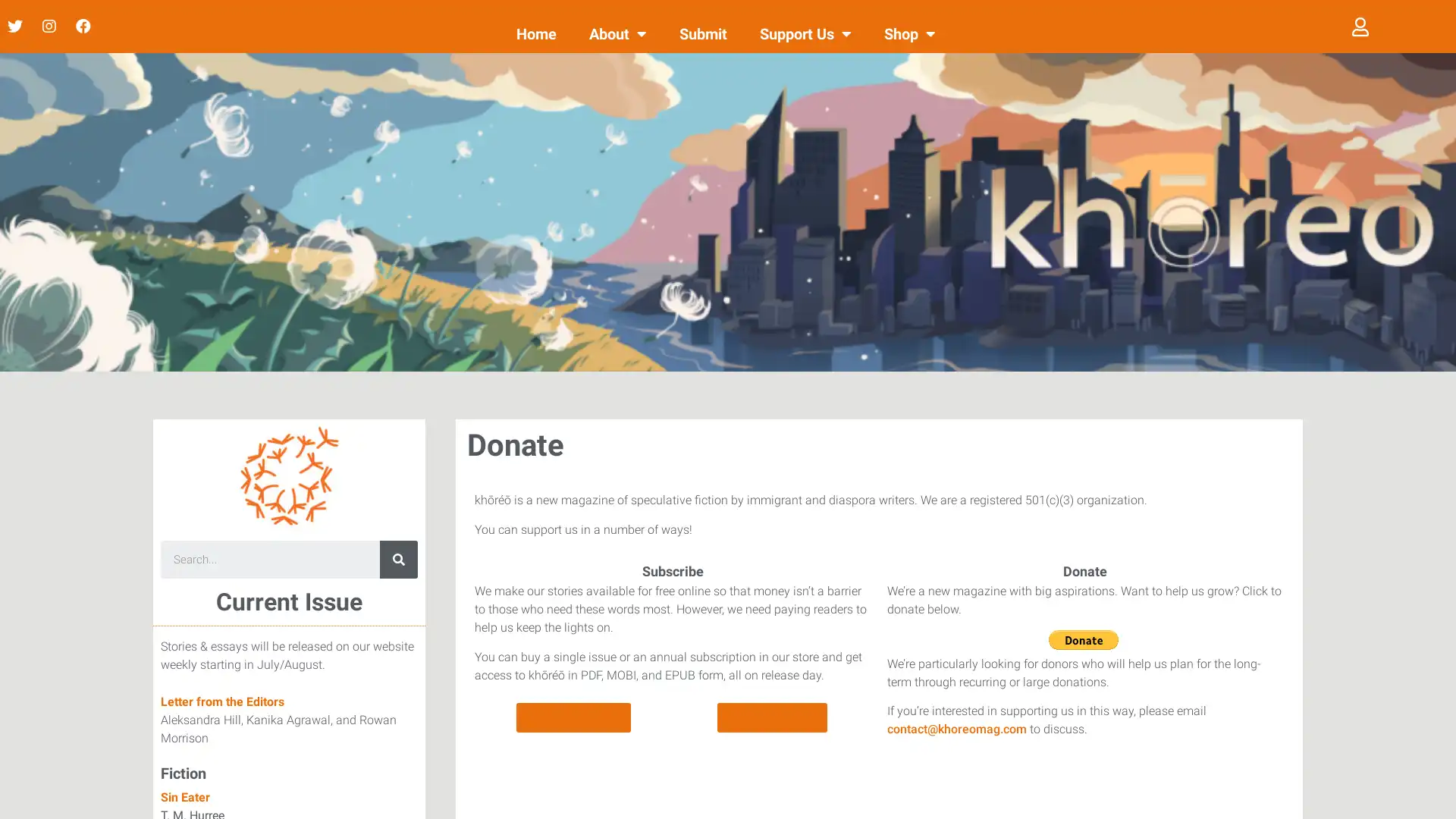 The width and height of the screenshot is (1456, 819). What do you see at coordinates (573, 717) in the screenshot?
I see `In khoreo Store` at bounding box center [573, 717].